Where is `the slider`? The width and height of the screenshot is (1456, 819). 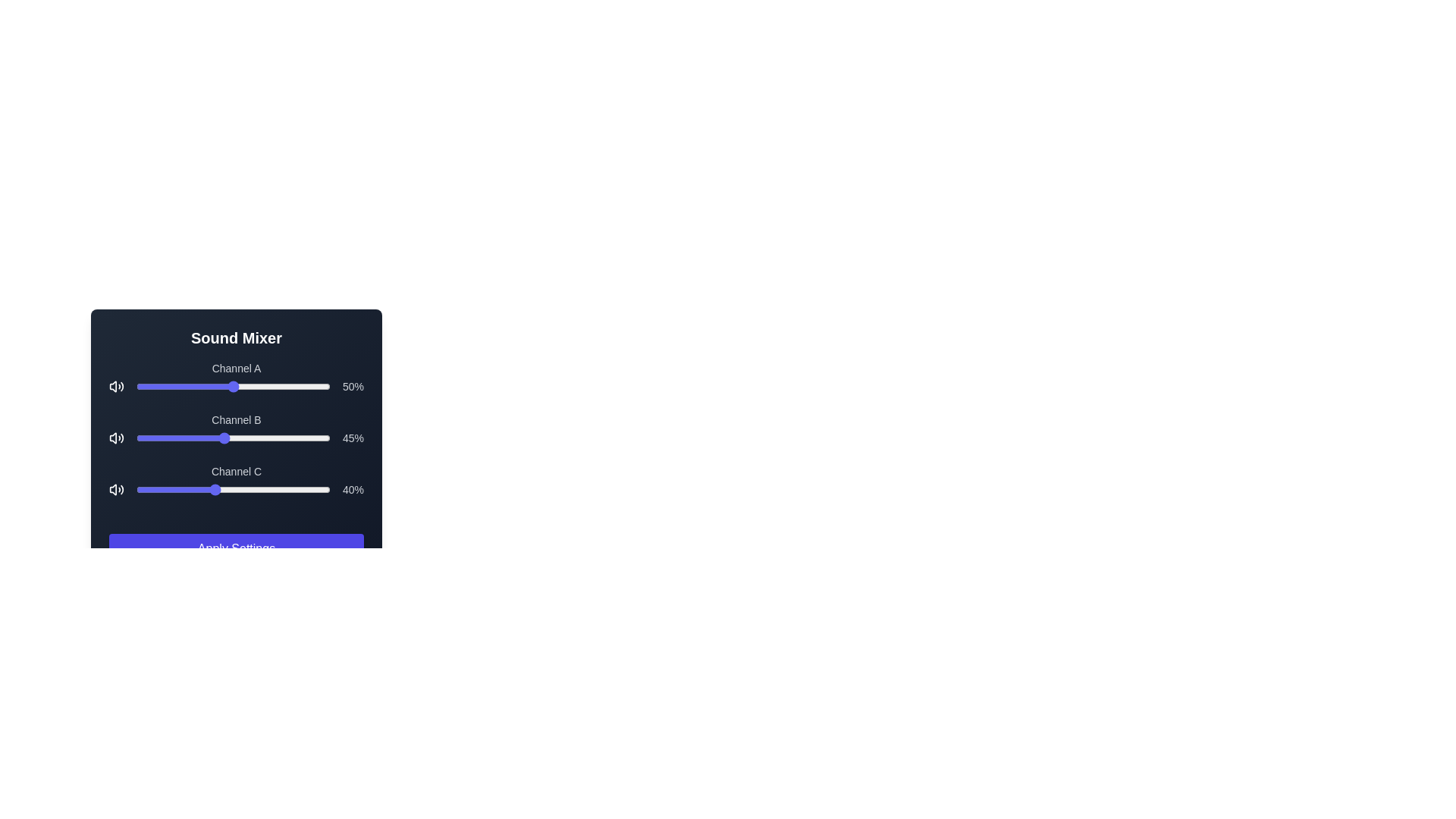
the slider is located at coordinates (179, 489).